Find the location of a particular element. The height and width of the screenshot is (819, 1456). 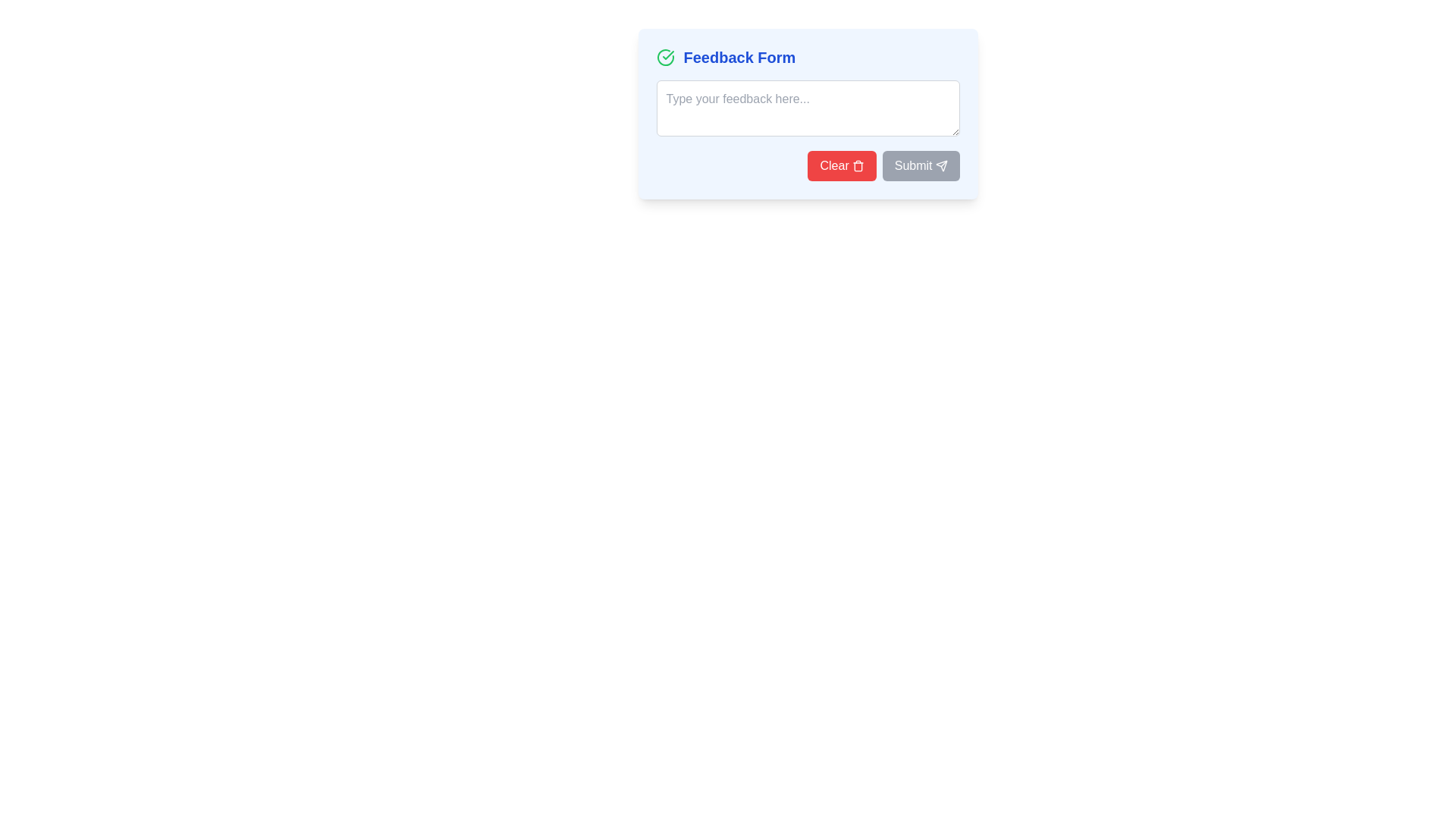

the visual indicator icon located at the top-left corner of the feedback form, which marks the form as successfully validated is located at coordinates (665, 57).